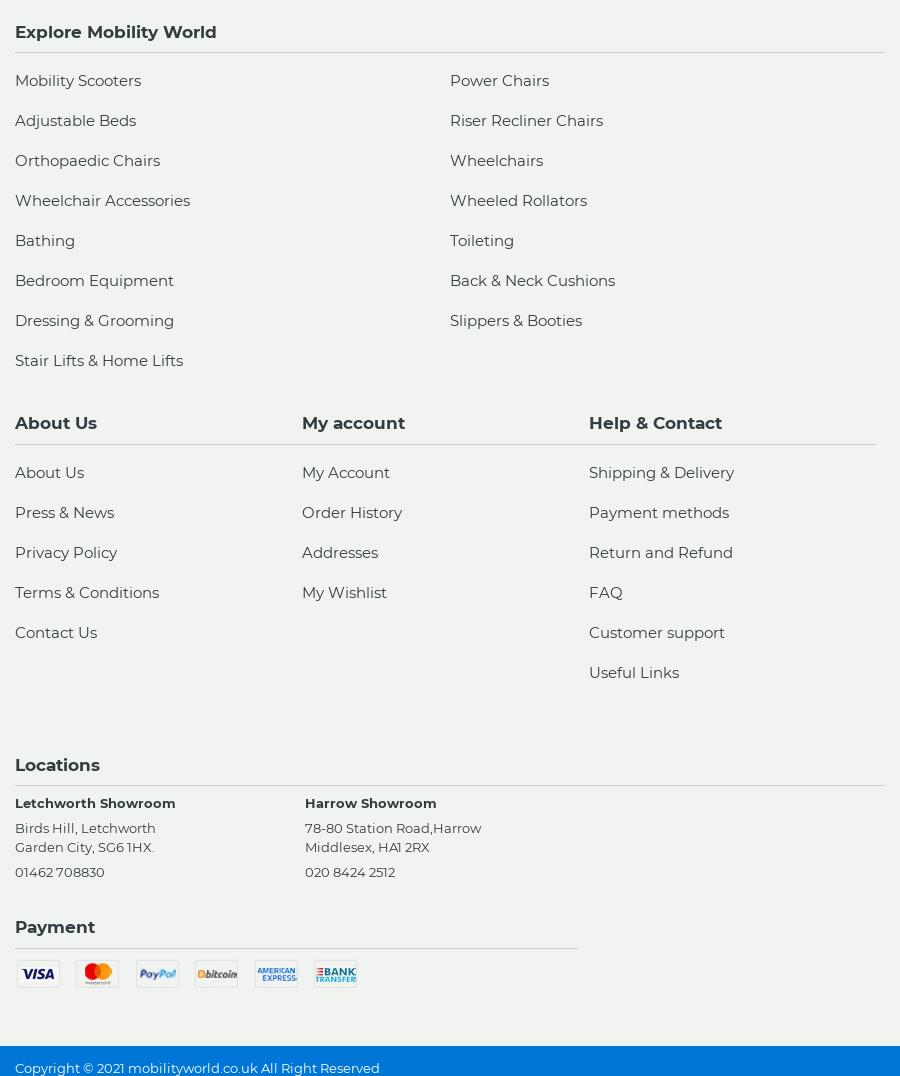 The image size is (900, 1076). What do you see at coordinates (14, 836) in the screenshot?
I see `'Birds Hill, Letchworth Garden City, SG6 1HX.'` at bounding box center [14, 836].